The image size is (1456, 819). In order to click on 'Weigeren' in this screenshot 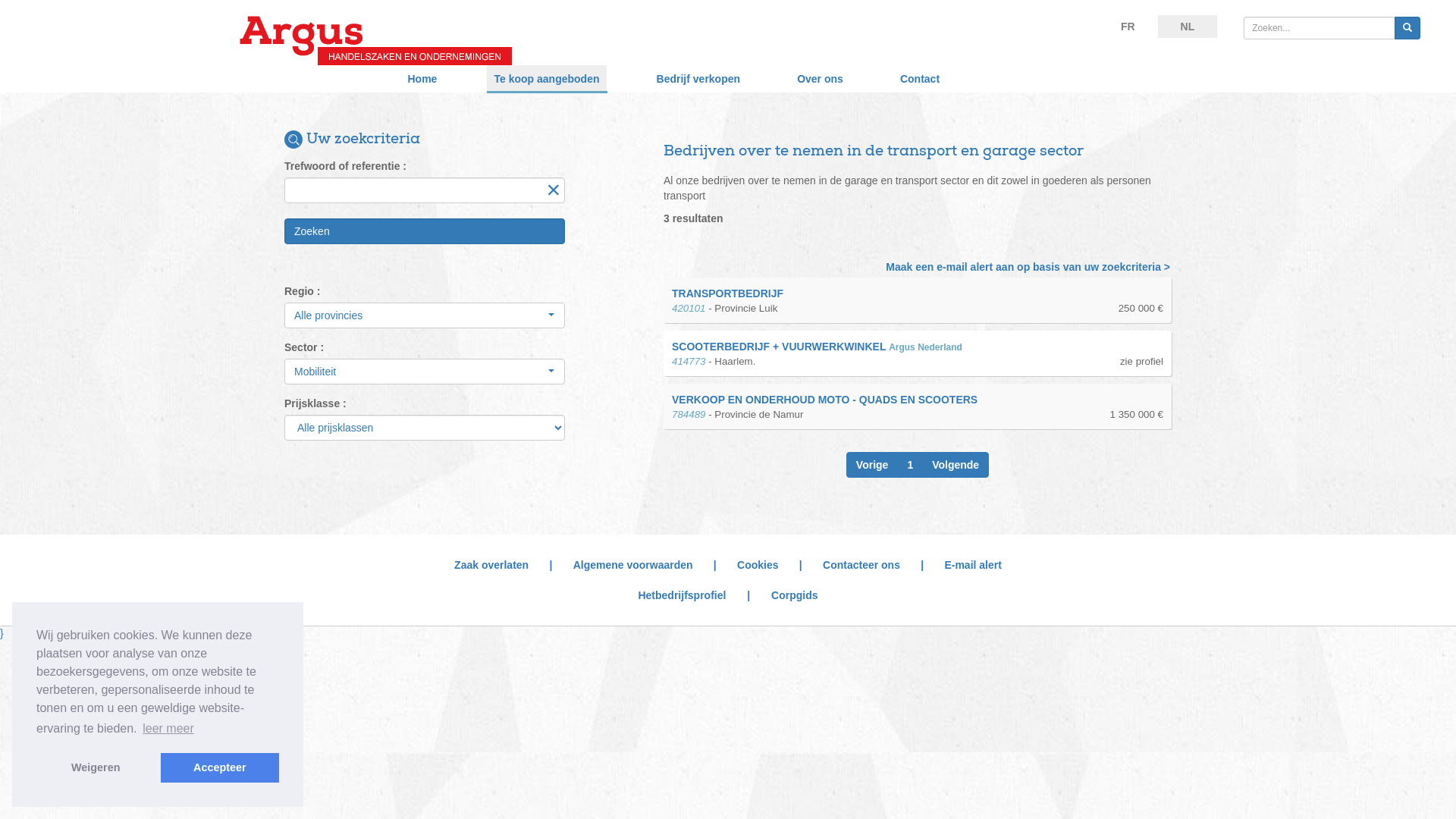, I will do `click(94, 767)`.